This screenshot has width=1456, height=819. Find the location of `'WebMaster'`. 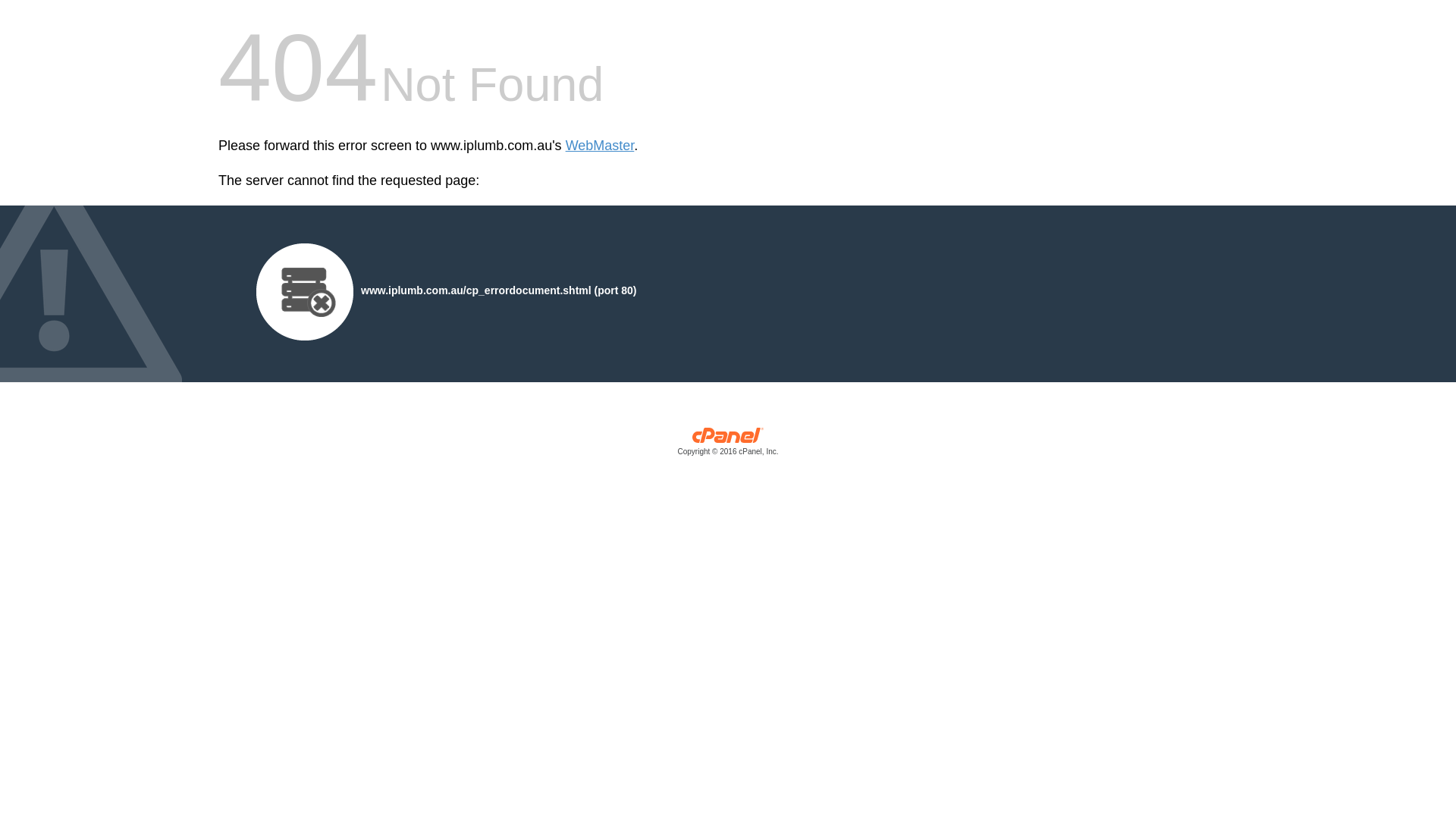

'WebMaster' is located at coordinates (564, 146).